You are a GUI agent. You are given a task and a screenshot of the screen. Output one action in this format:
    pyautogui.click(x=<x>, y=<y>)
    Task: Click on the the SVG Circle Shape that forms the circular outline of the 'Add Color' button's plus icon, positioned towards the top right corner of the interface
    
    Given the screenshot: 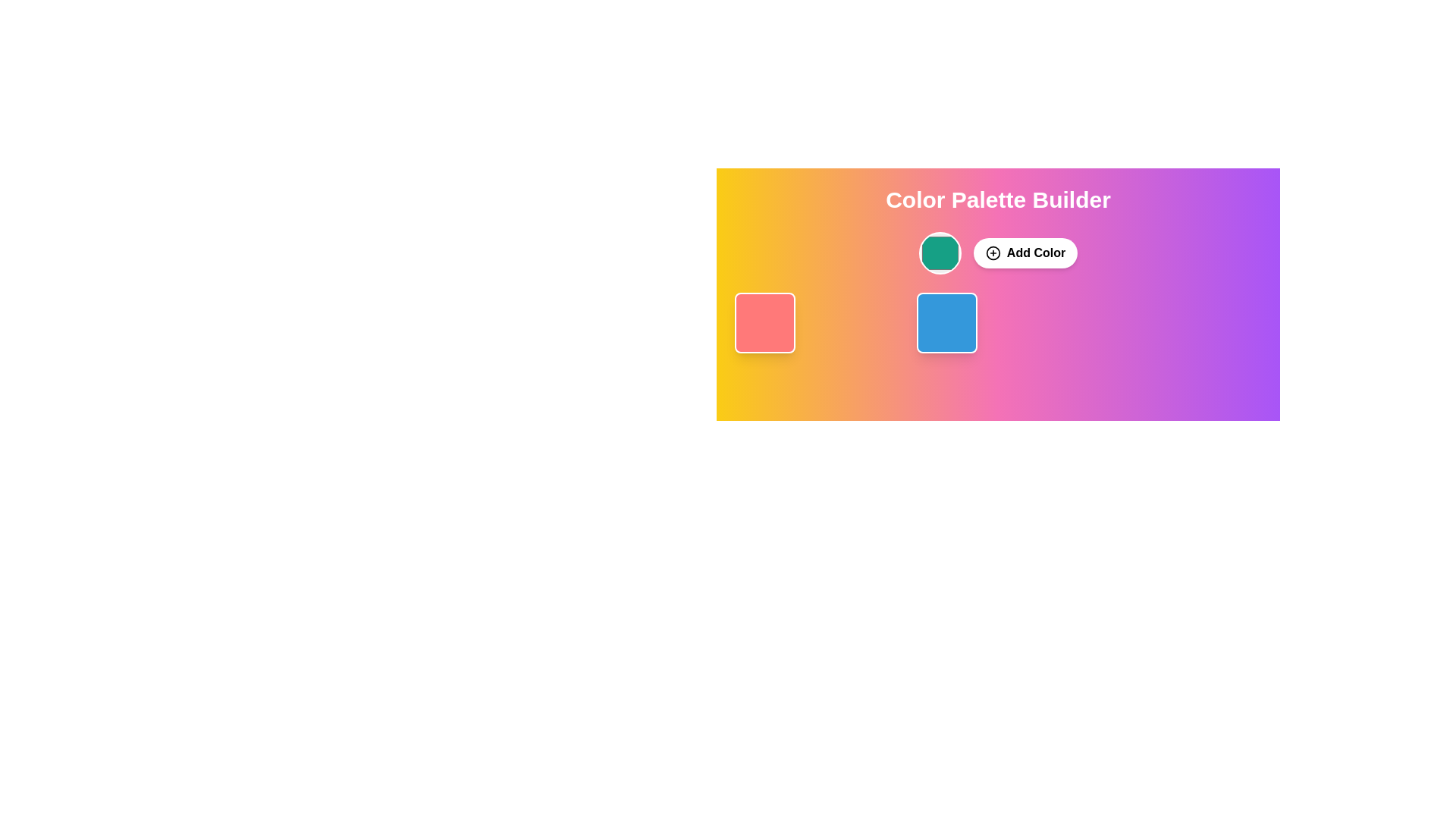 What is the action you would take?
    pyautogui.click(x=993, y=253)
    